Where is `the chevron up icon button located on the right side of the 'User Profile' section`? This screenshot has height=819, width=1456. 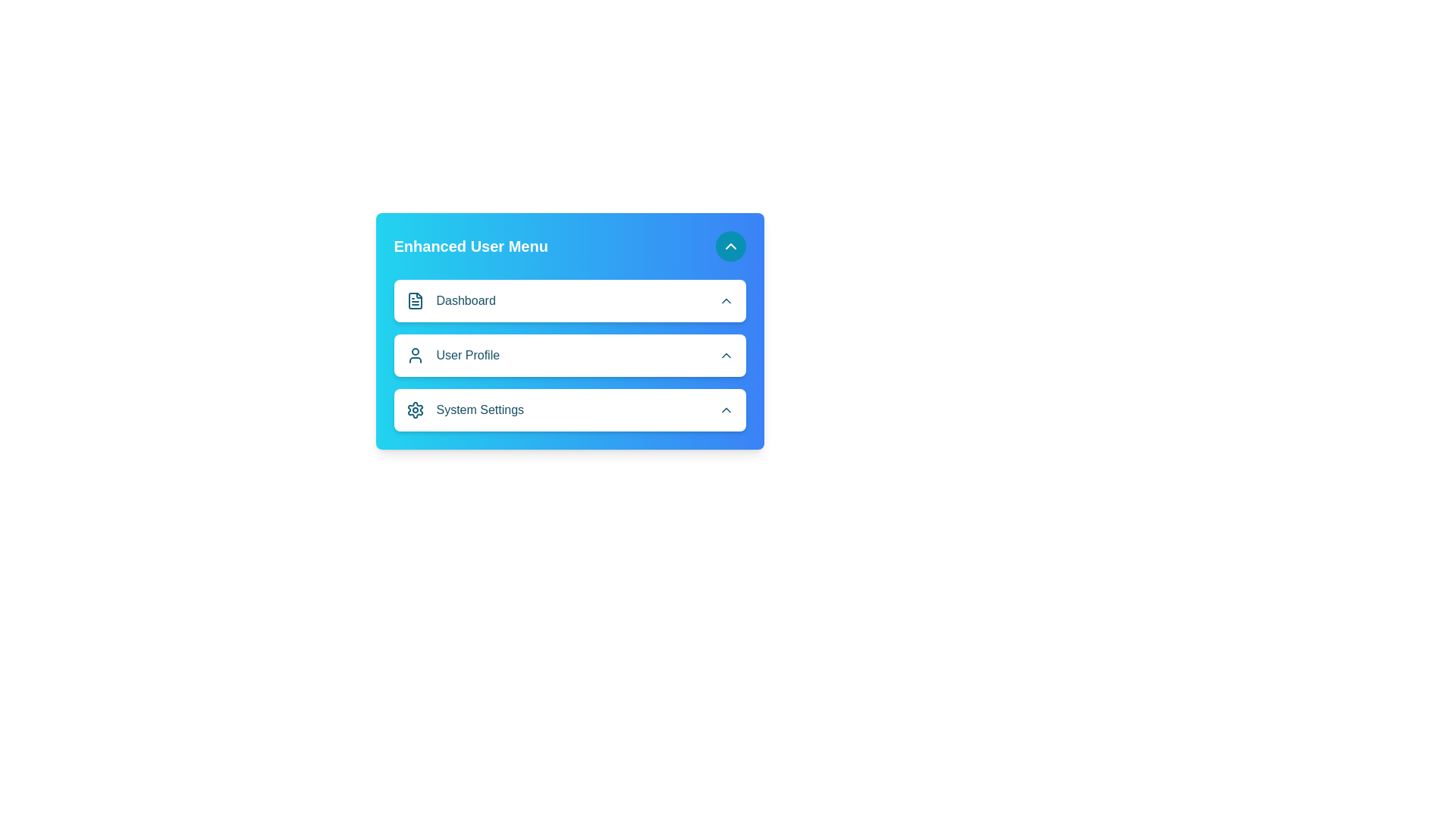 the chevron up icon button located on the right side of the 'User Profile' section is located at coordinates (725, 356).